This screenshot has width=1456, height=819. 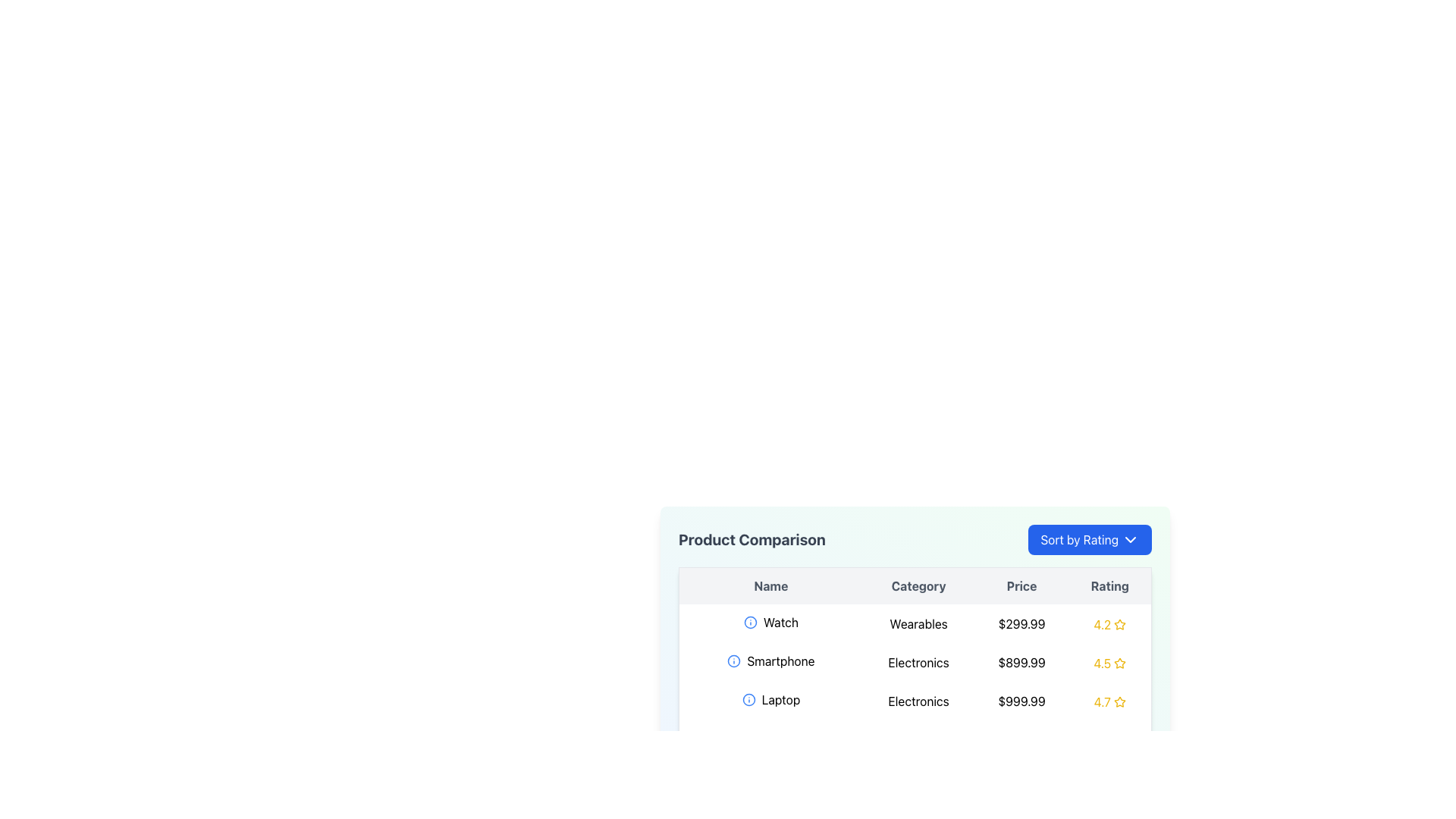 I want to click on the label for the product 'Watch', which is the first item under the 'Name' column in the table layout, so click(x=770, y=623).